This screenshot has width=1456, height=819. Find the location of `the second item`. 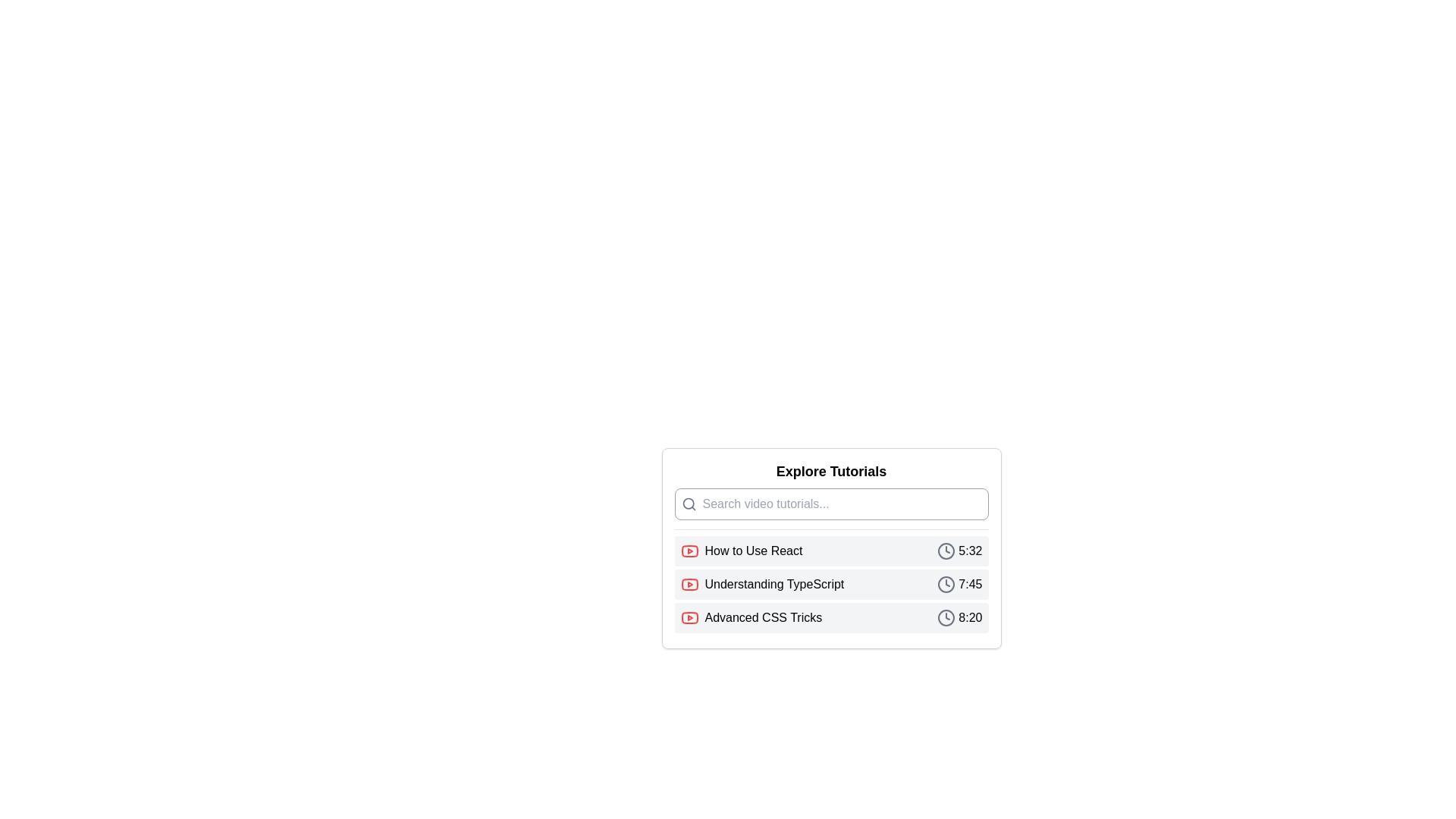

the second item is located at coordinates (830, 584).